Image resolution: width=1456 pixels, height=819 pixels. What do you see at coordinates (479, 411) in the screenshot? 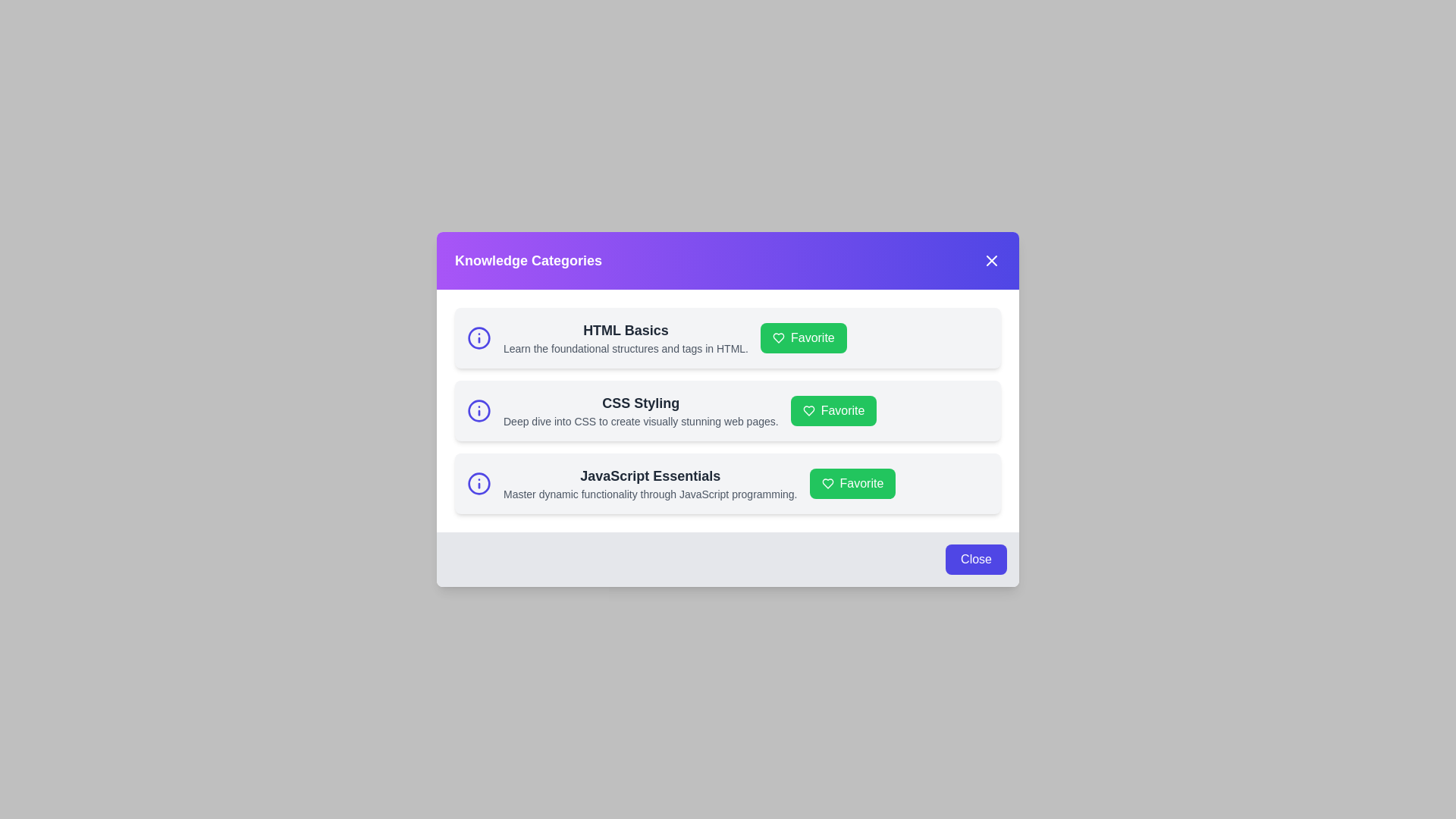
I see `the information icon located to the left of the 'CSS Styling' text title within the card layout to provide additional context or information` at bounding box center [479, 411].